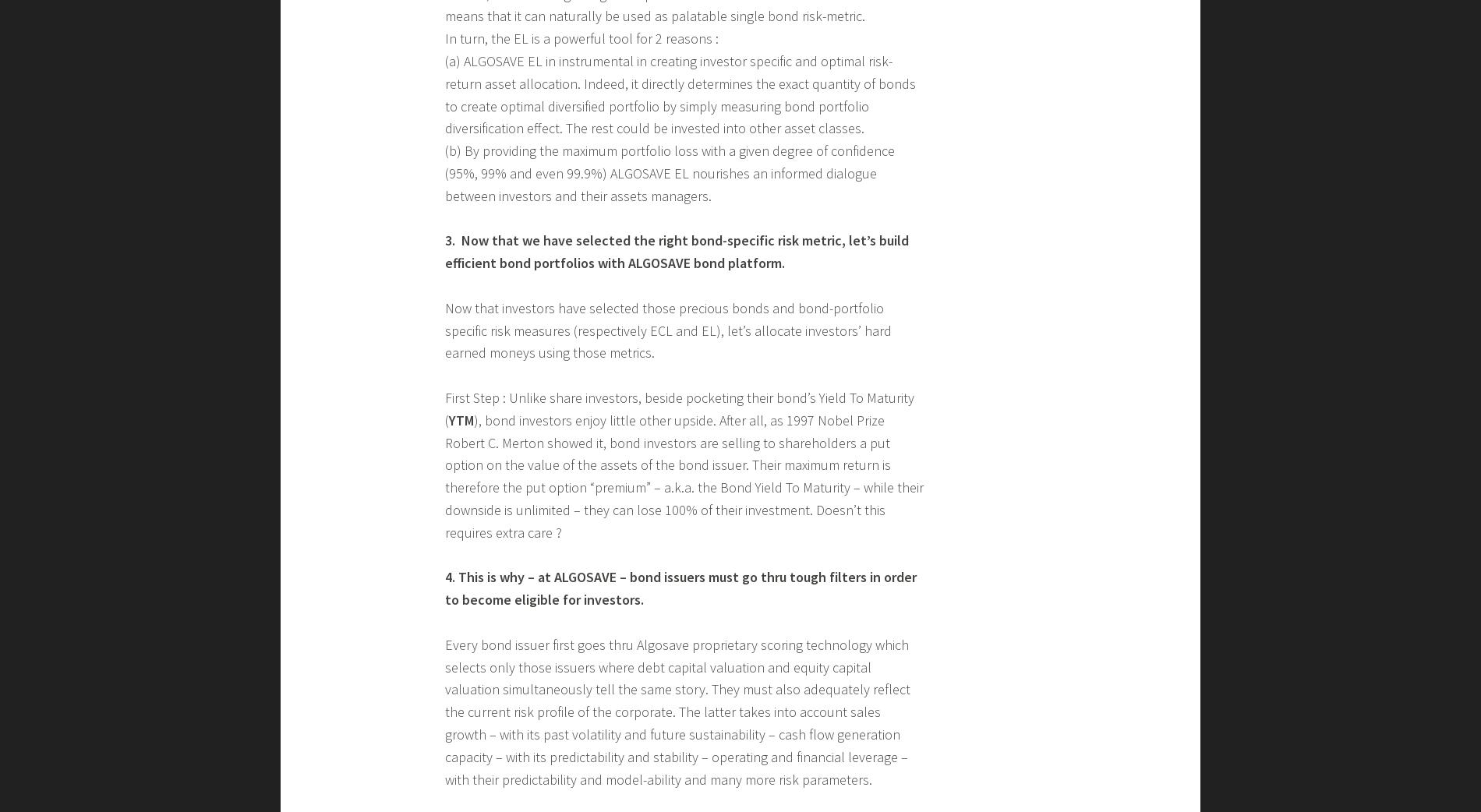 This screenshot has width=1481, height=812. What do you see at coordinates (678, 408) in the screenshot?
I see `'First Step : Unlike share investors, beside pocketing their bond’s Yield To Maturity ('` at bounding box center [678, 408].